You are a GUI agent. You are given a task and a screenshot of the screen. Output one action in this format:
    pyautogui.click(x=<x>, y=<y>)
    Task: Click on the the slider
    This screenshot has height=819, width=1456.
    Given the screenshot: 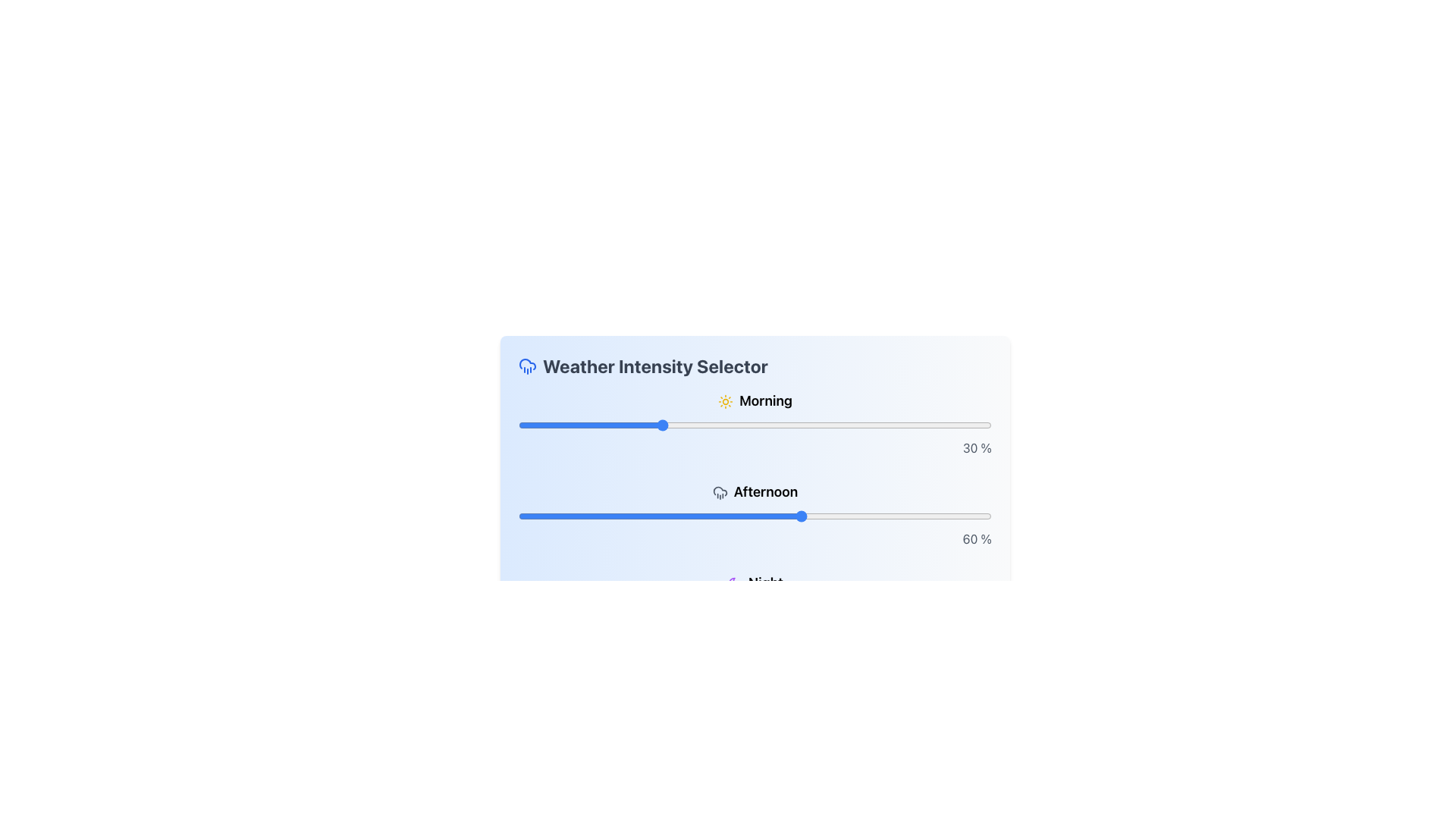 What is the action you would take?
    pyautogui.click(x=821, y=607)
    